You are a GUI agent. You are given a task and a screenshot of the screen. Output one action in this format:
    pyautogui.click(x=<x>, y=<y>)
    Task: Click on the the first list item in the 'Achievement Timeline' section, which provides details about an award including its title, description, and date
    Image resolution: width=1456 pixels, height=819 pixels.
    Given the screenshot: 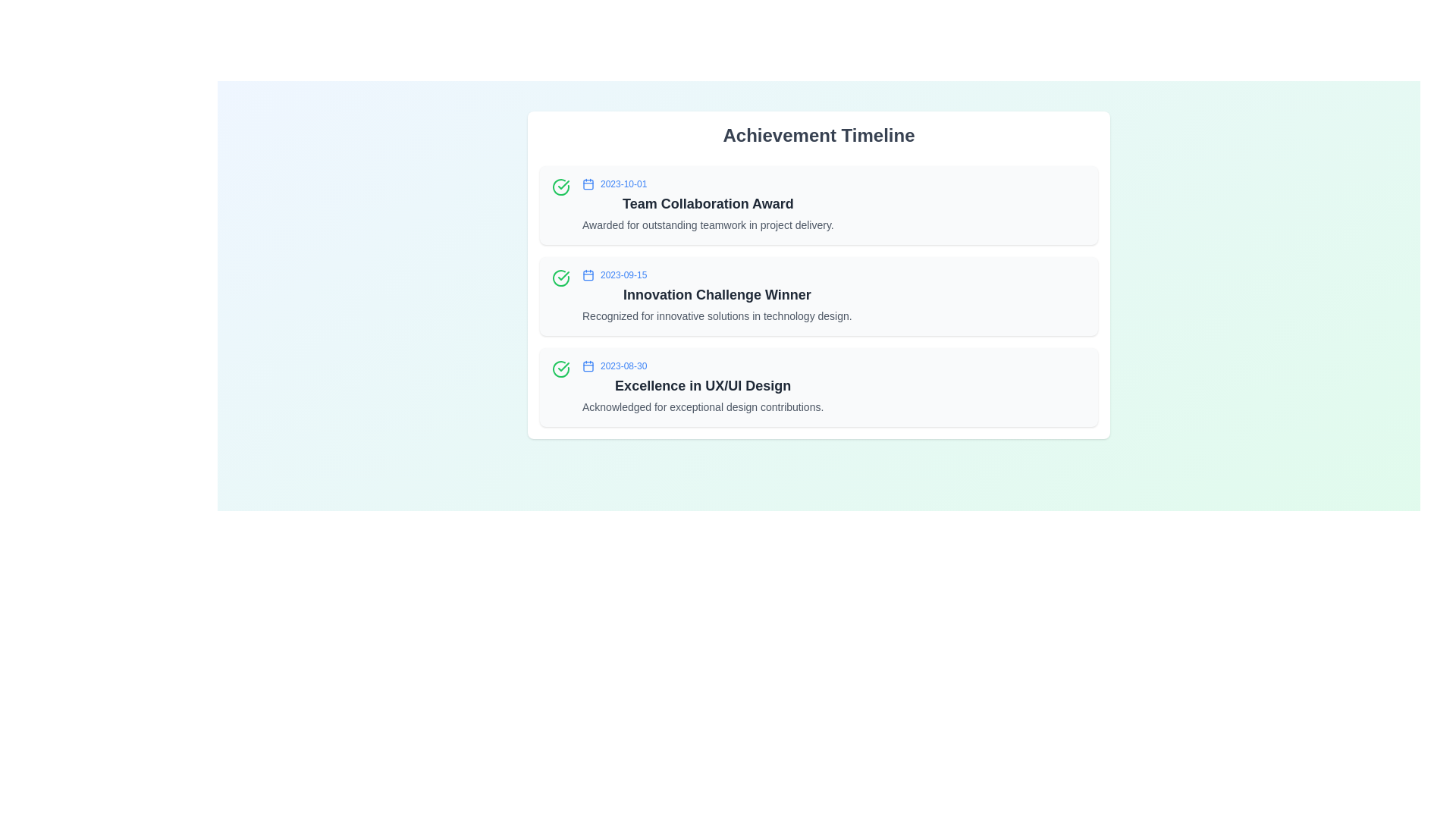 What is the action you would take?
    pyautogui.click(x=707, y=205)
    